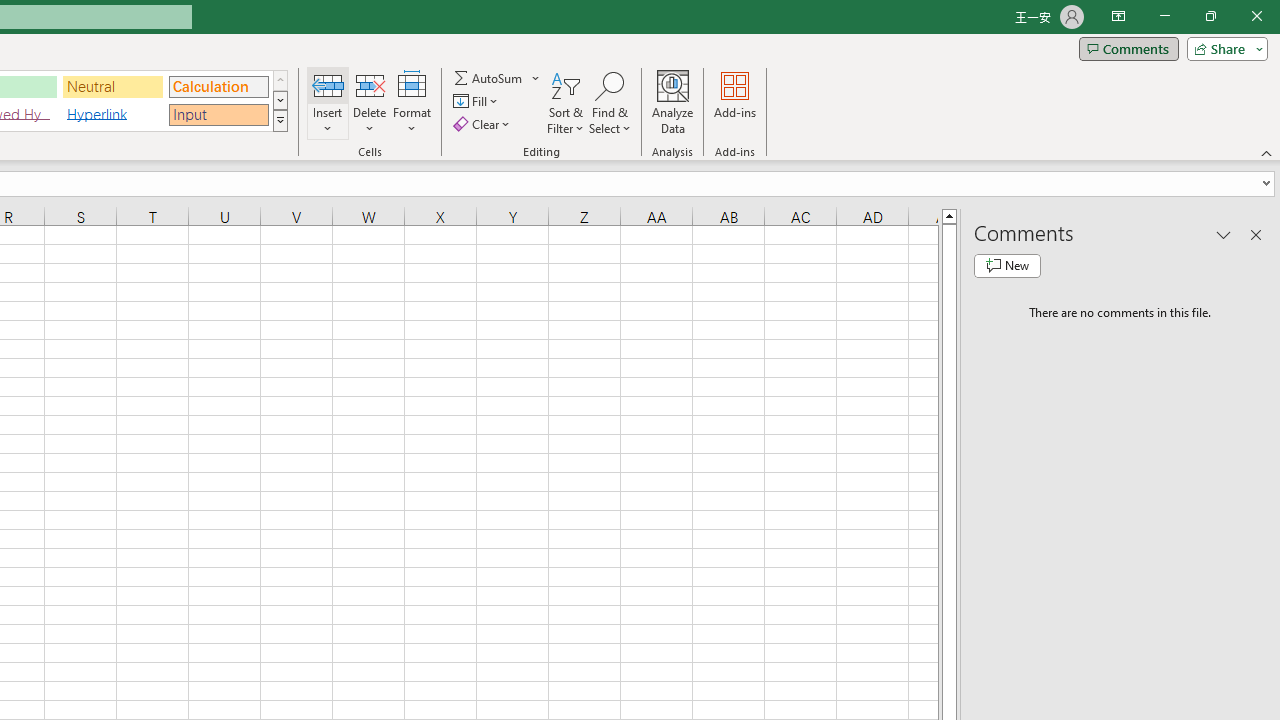  What do you see at coordinates (609, 103) in the screenshot?
I see `'Find & Select'` at bounding box center [609, 103].